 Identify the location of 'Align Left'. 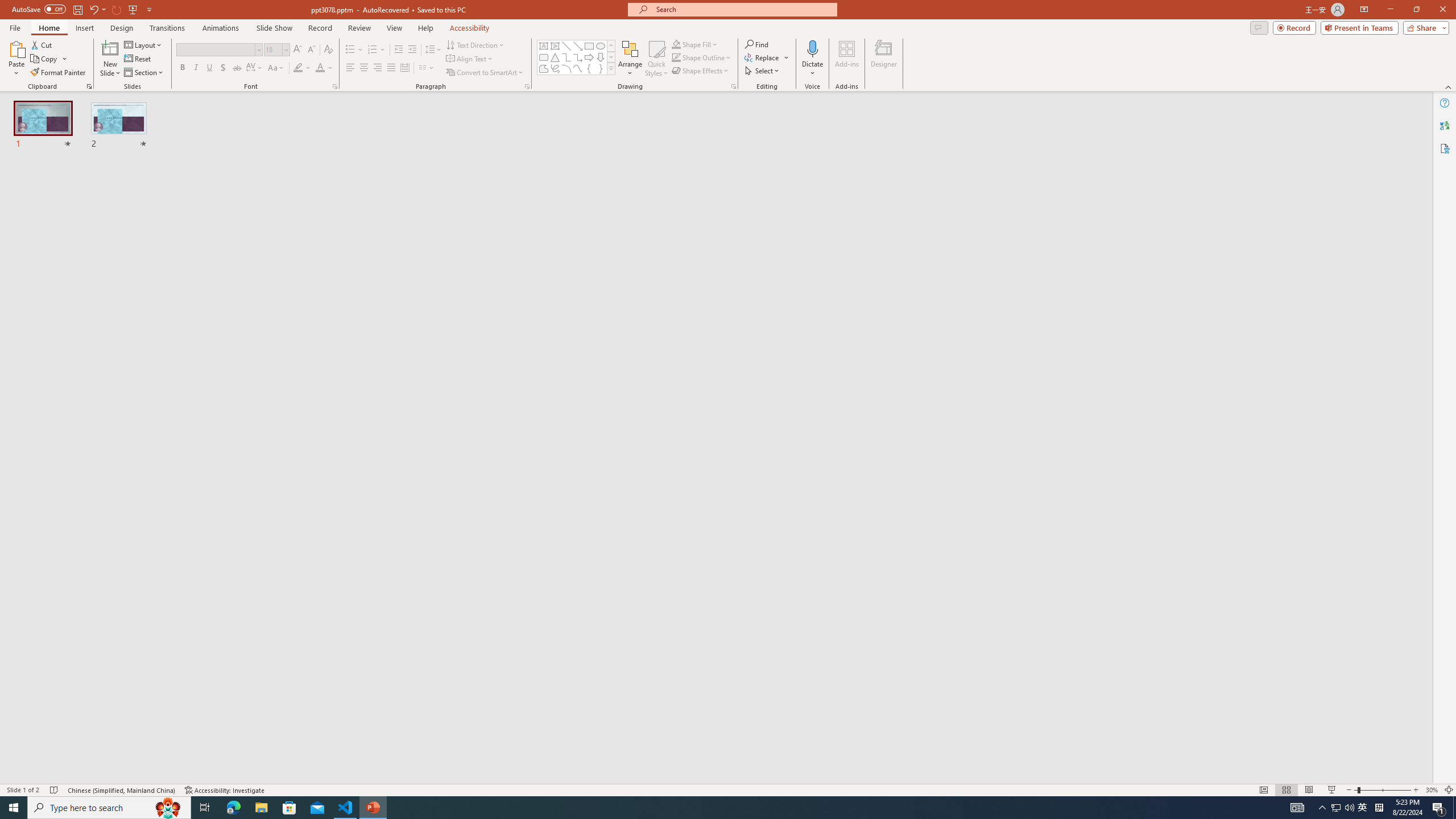
(350, 67).